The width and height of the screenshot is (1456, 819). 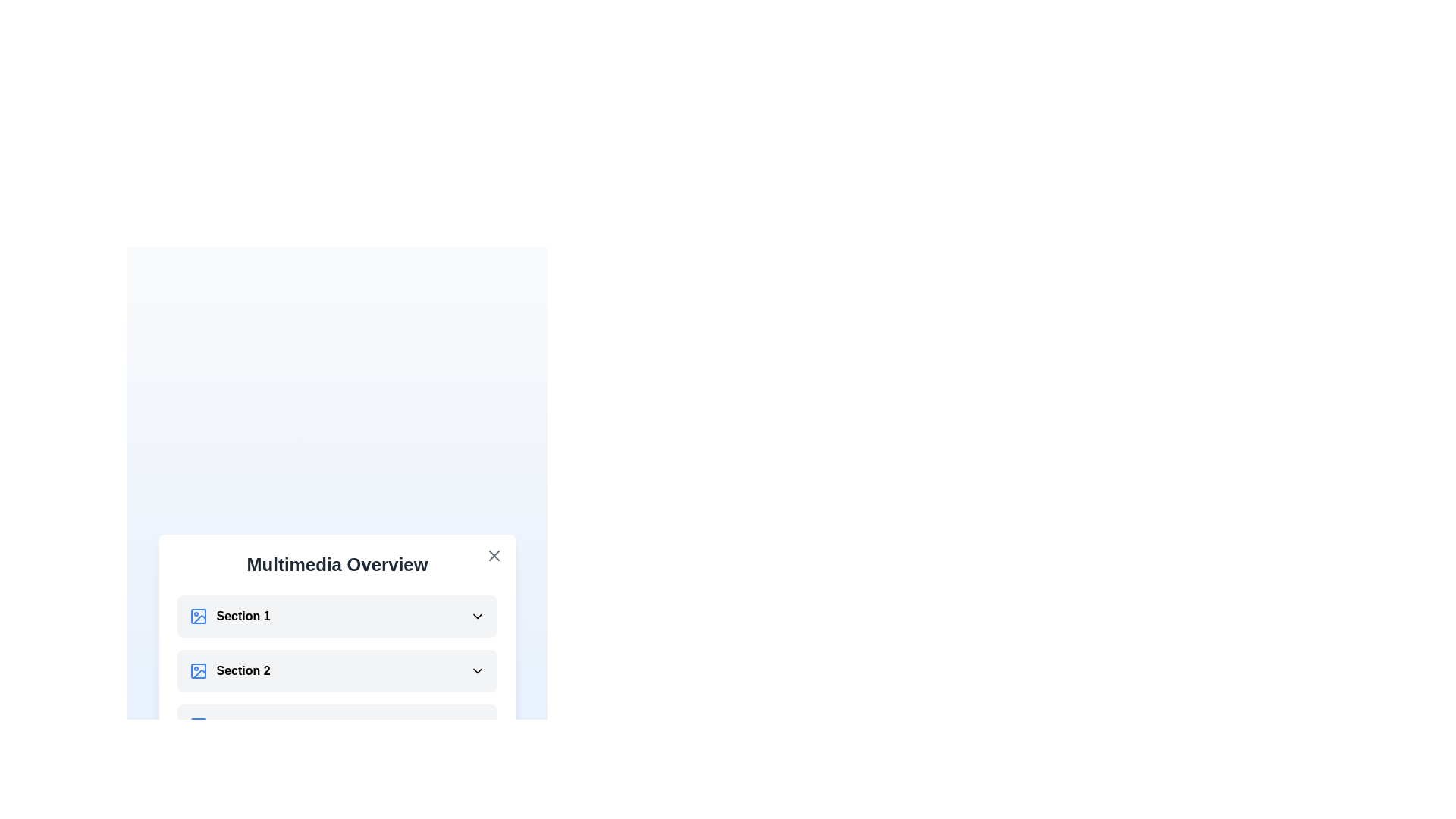 What do you see at coordinates (477, 617) in the screenshot?
I see `the dropdown indicator (chevron icon) located to the far right of the 'Section 1' row for keyboard interaction` at bounding box center [477, 617].